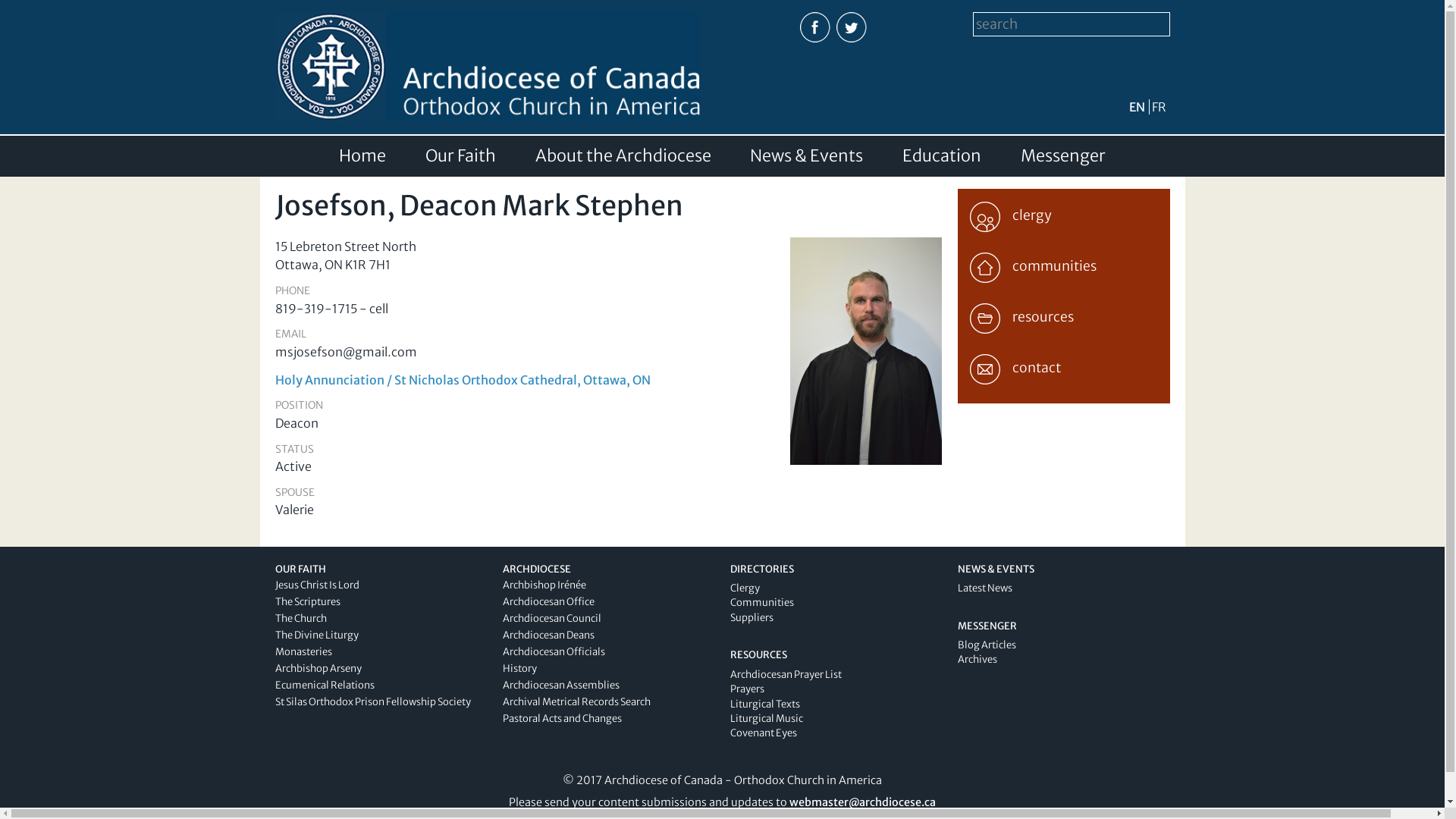  Describe the element at coordinates (764, 704) in the screenshot. I see `'Liturgical Texts'` at that location.